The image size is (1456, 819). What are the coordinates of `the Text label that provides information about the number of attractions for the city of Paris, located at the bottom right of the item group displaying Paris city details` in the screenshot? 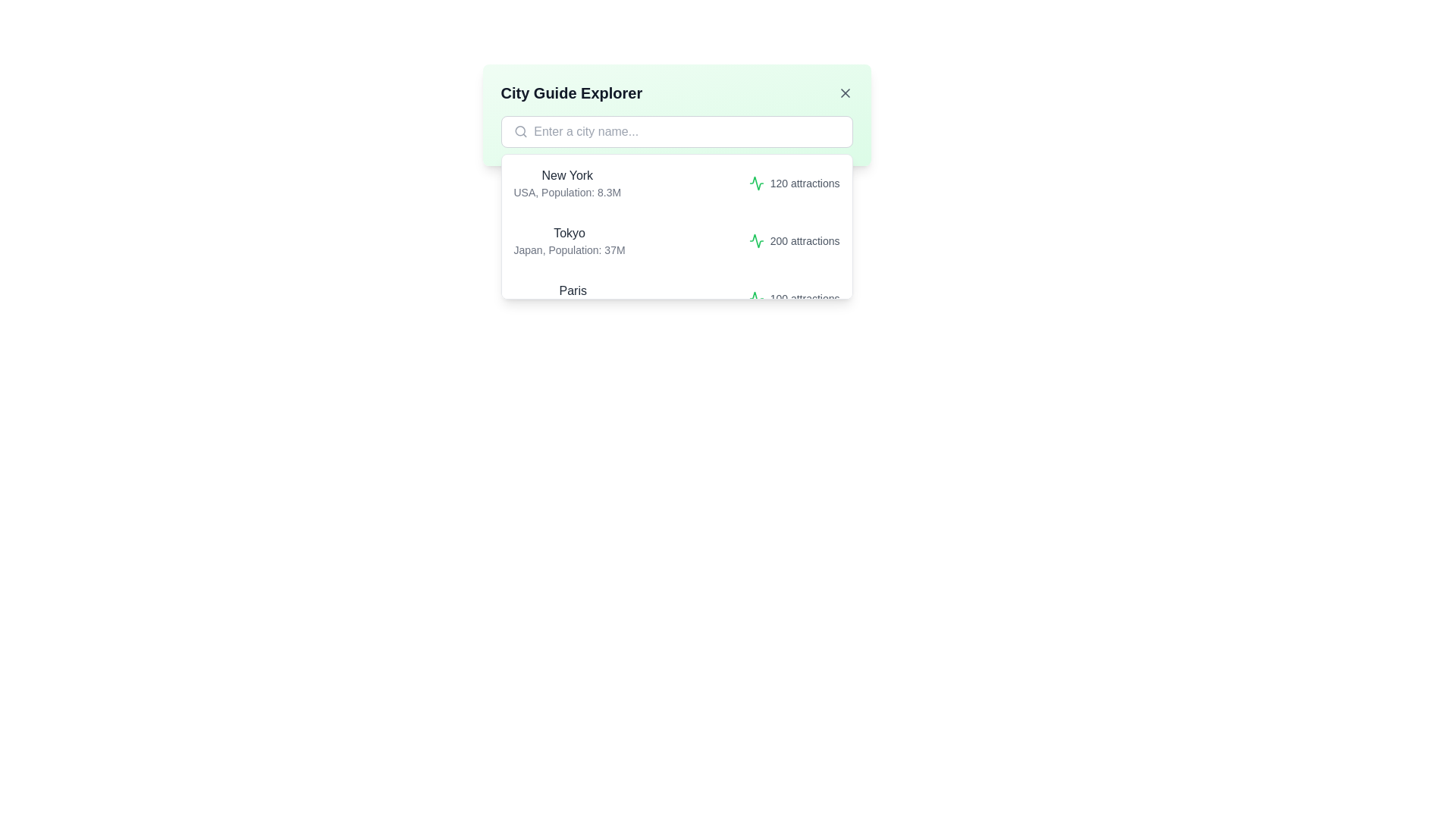 It's located at (793, 298).